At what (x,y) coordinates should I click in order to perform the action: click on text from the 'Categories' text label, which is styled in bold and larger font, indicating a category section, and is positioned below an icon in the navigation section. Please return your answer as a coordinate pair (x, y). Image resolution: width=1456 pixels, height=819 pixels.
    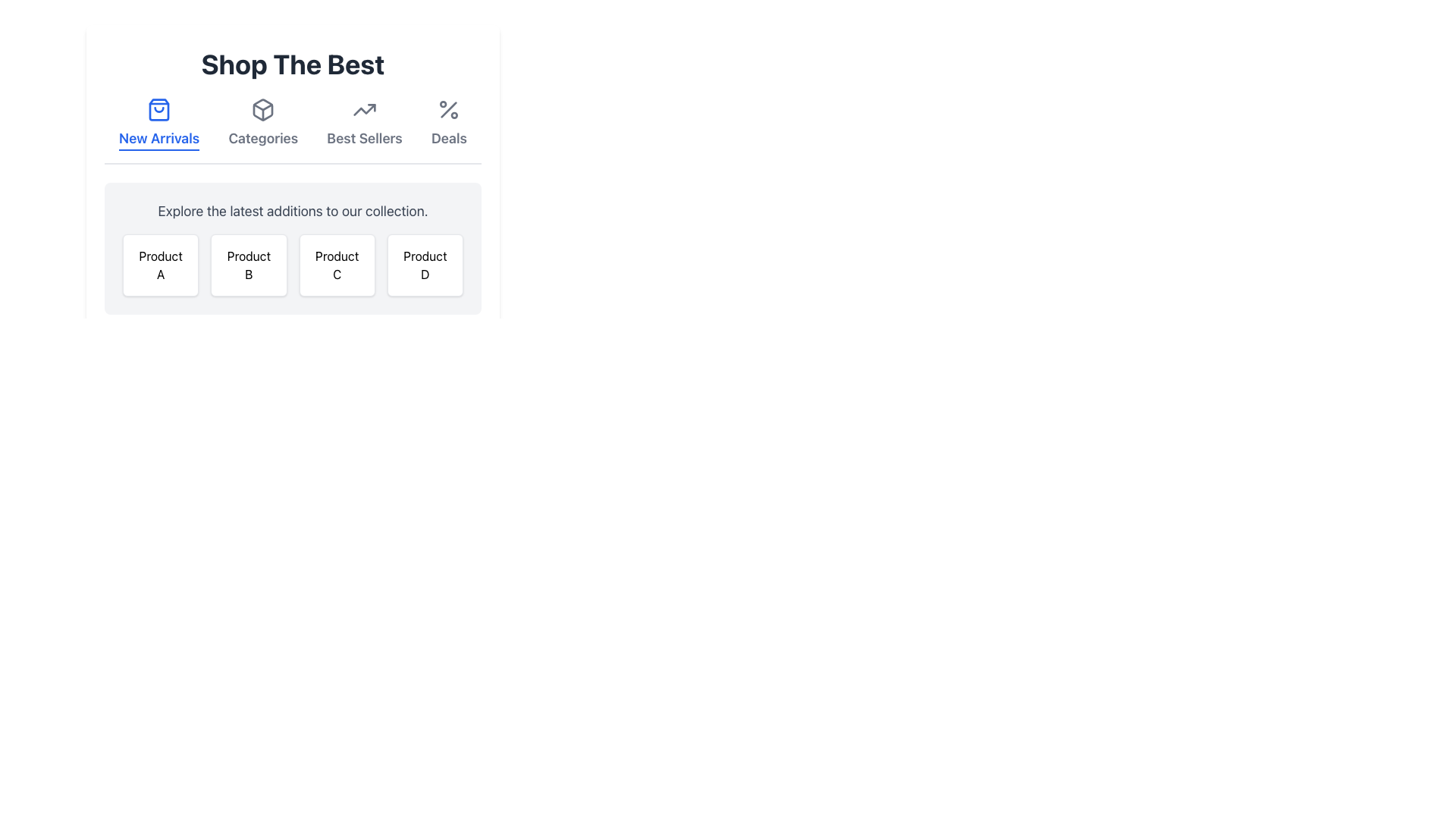
    Looking at the image, I should click on (263, 138).